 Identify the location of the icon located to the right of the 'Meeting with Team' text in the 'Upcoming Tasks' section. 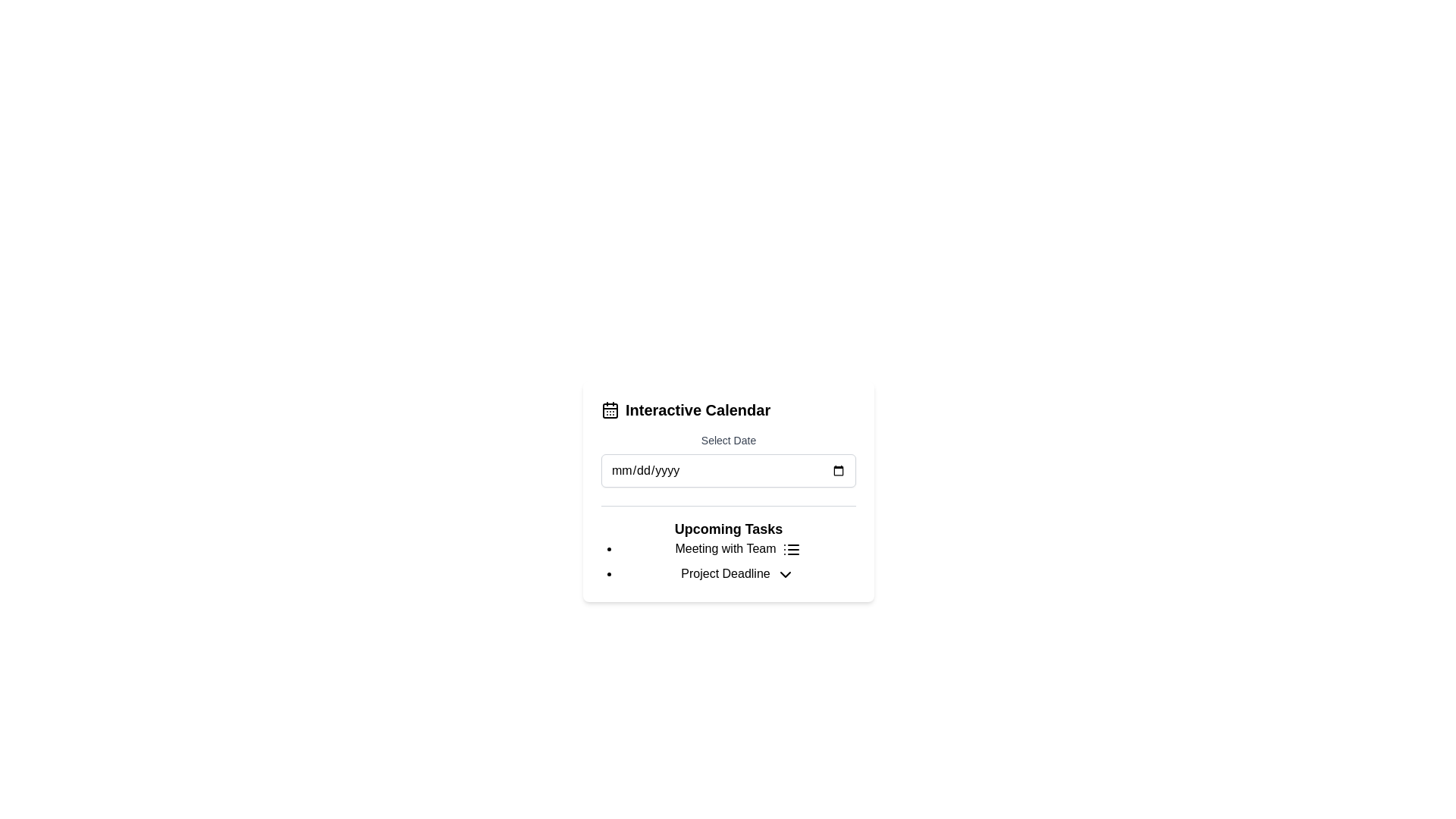
(790, 549).